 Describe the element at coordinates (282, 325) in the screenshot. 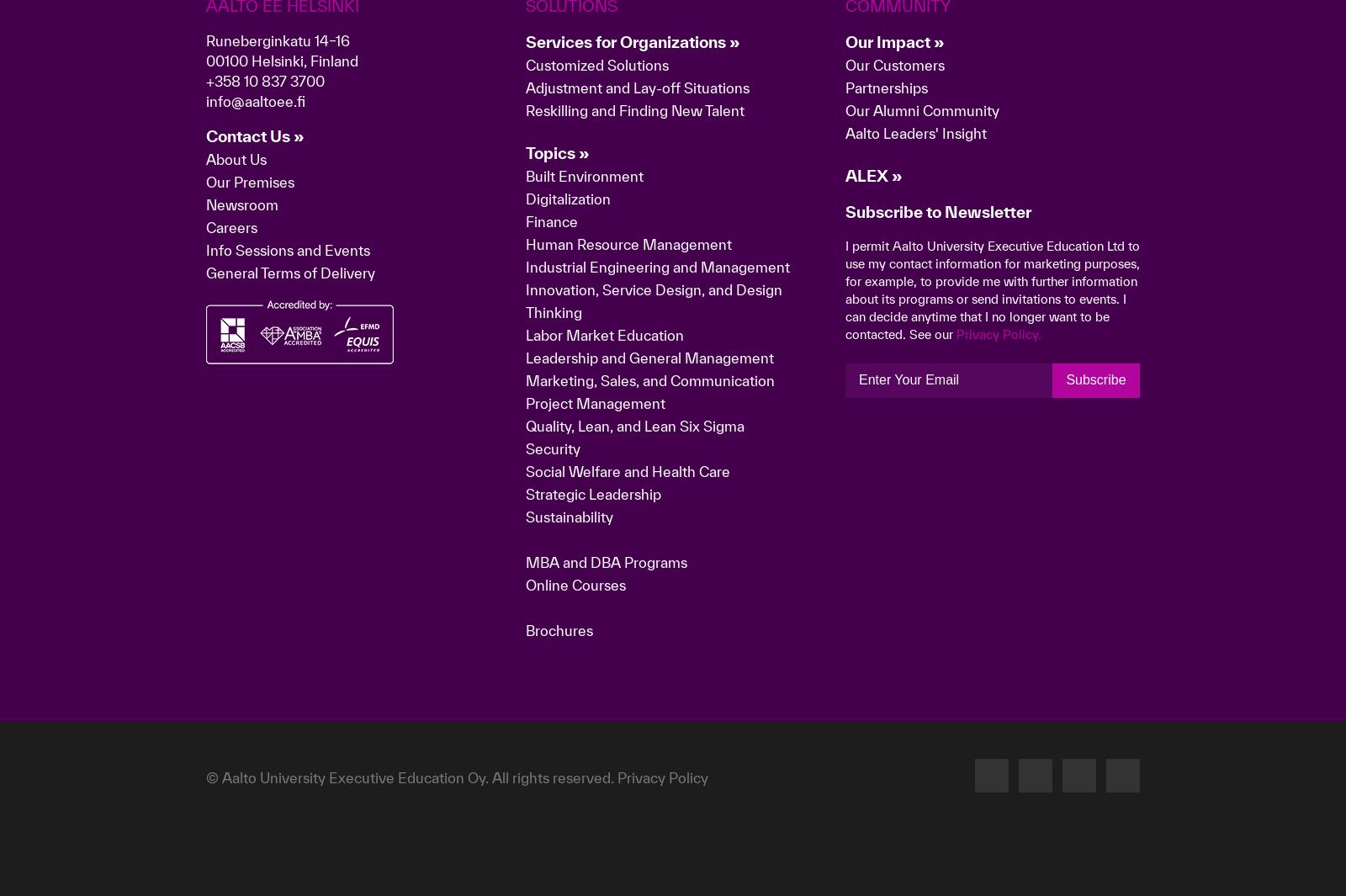

I see `'00100 Helsinki, Finland'` at that location.